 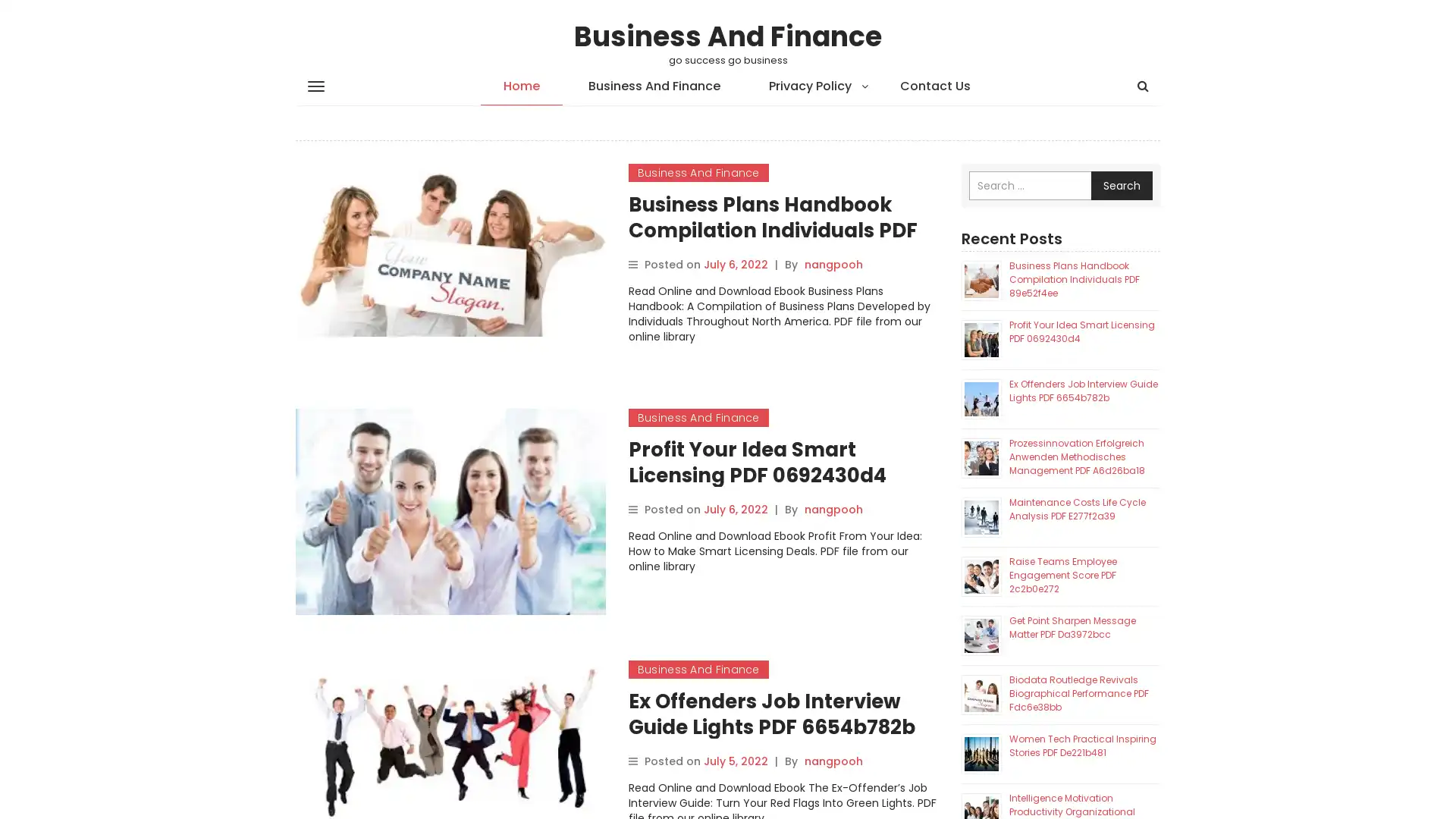 I want to click on Search, so click(x=1122, y=185).